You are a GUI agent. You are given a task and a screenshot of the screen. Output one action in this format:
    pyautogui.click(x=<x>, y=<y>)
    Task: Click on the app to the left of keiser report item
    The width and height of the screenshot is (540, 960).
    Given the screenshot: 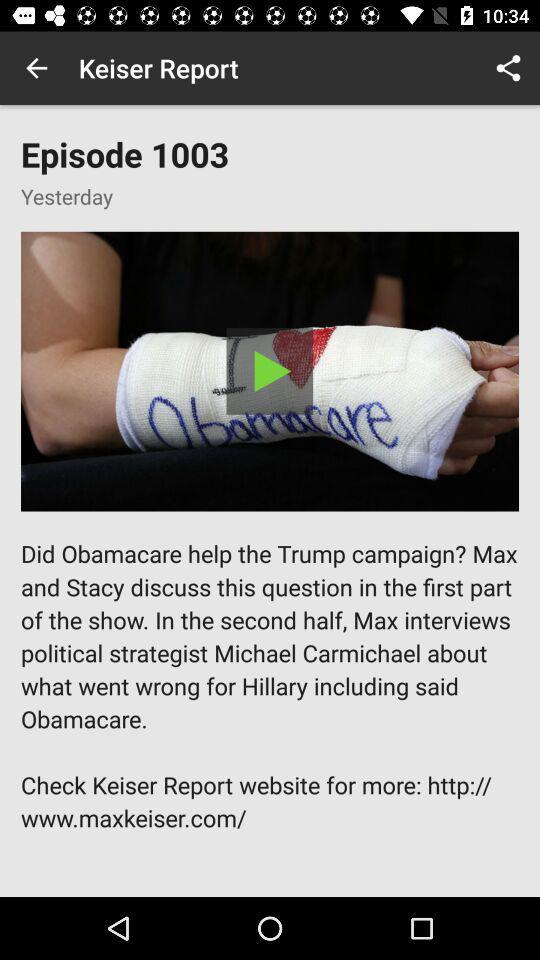 What is the action you would take?
    pyautogui.click(x=36, y=68)
    